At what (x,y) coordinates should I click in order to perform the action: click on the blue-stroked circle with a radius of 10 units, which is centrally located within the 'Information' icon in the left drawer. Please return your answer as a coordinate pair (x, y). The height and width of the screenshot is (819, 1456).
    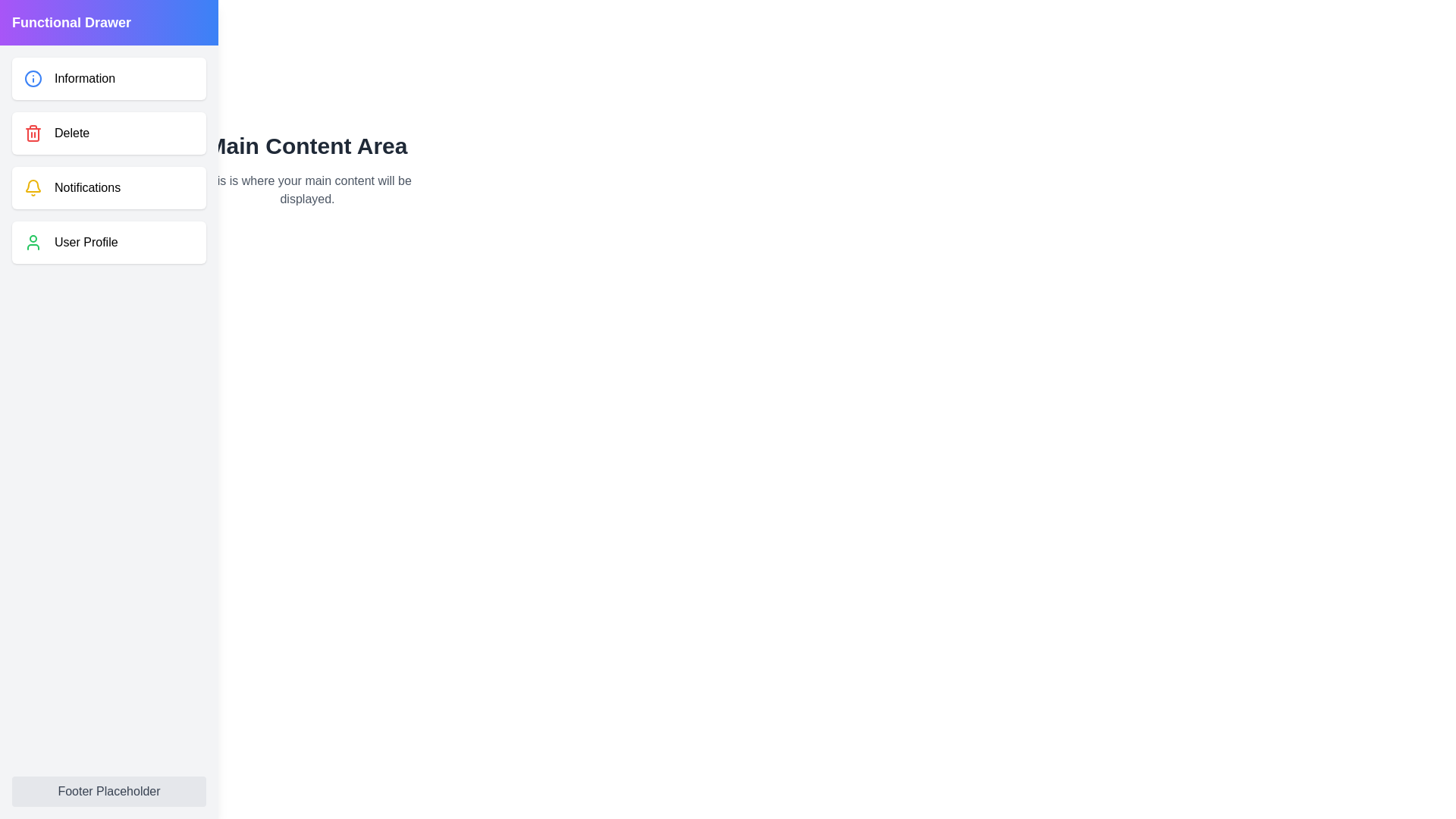
    Looking at the image, I should click on (33, 79).